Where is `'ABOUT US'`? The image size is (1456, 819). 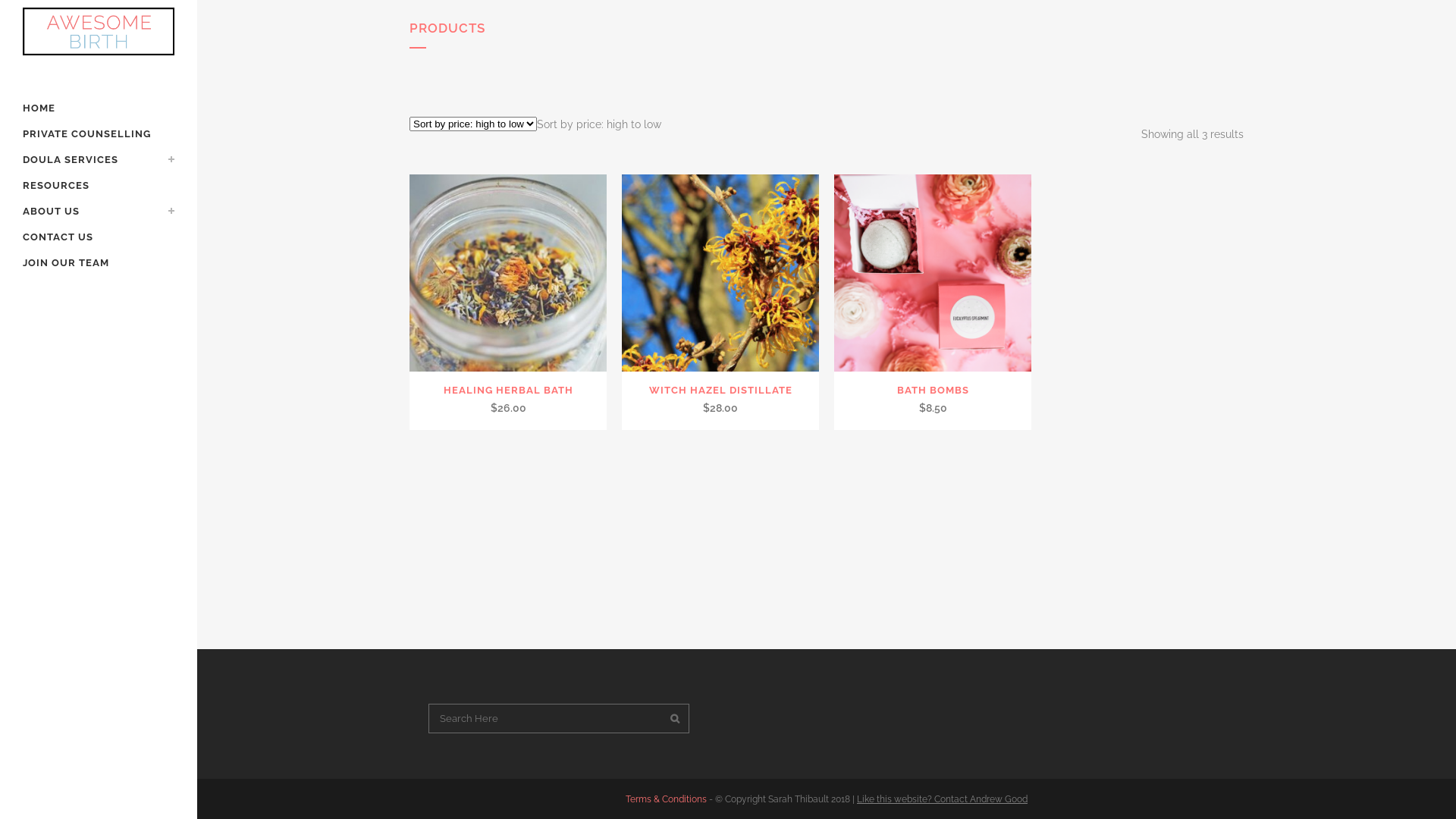 'ABOUT US' is located at coordinates (22, 211).